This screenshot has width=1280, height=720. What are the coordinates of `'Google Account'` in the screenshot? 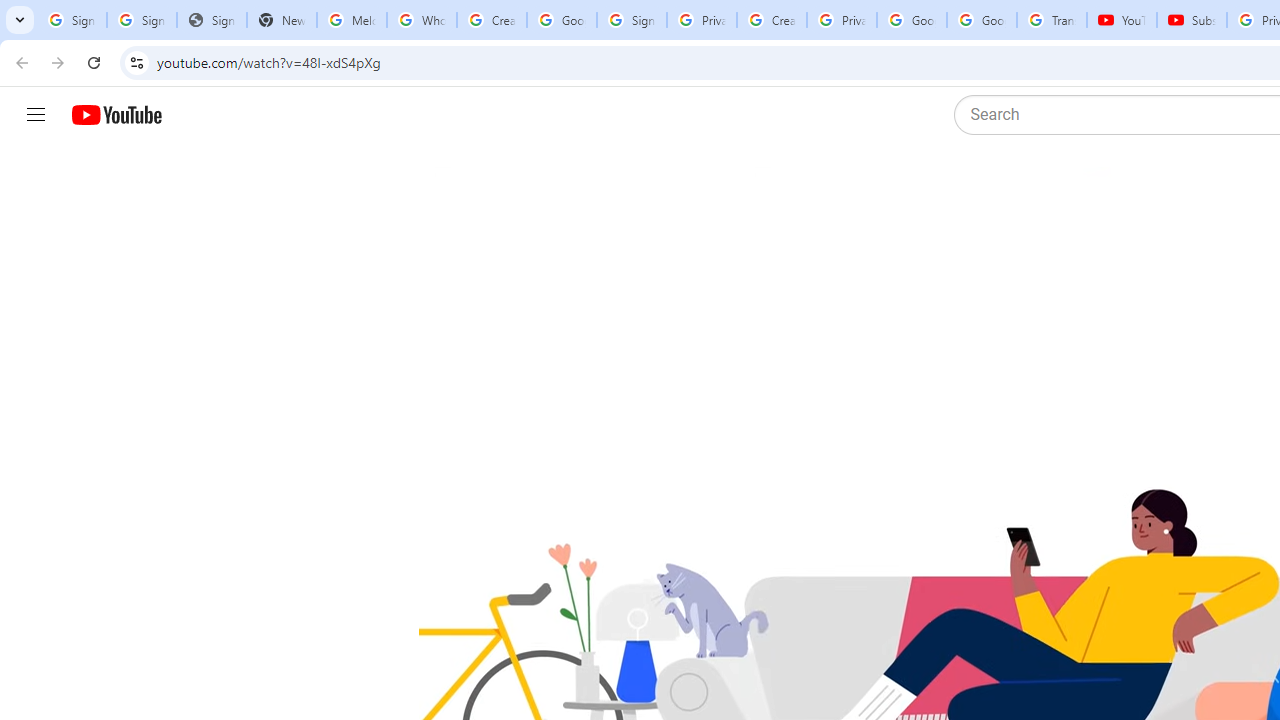 It's located at (982, 20).